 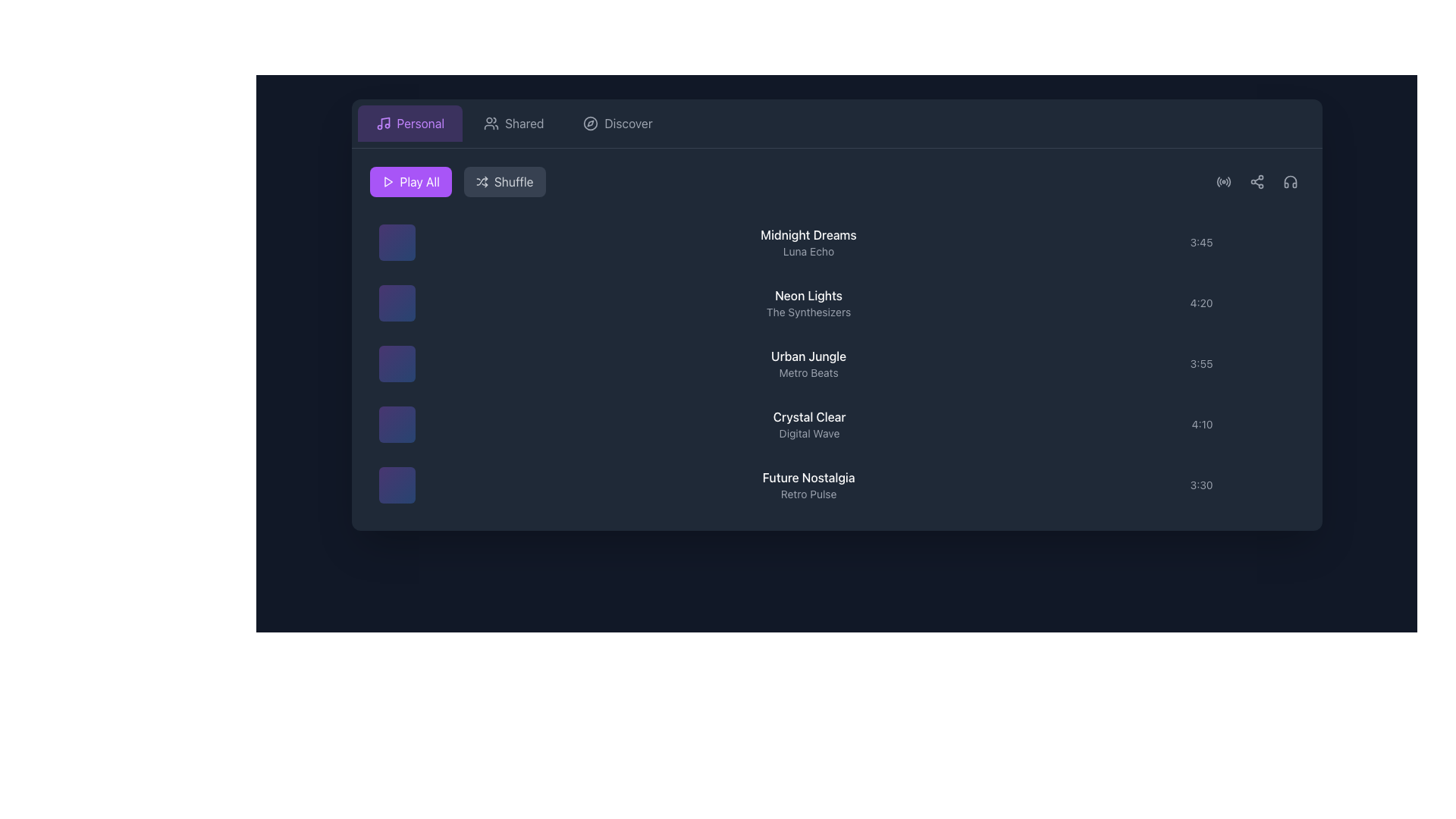 I want to click on the 'Play All' button located at the top-left section of the interface, which is slightly below the 'Personal' tab and to the left of the gray 'Shuffle' button, so click(x=419, y=180).